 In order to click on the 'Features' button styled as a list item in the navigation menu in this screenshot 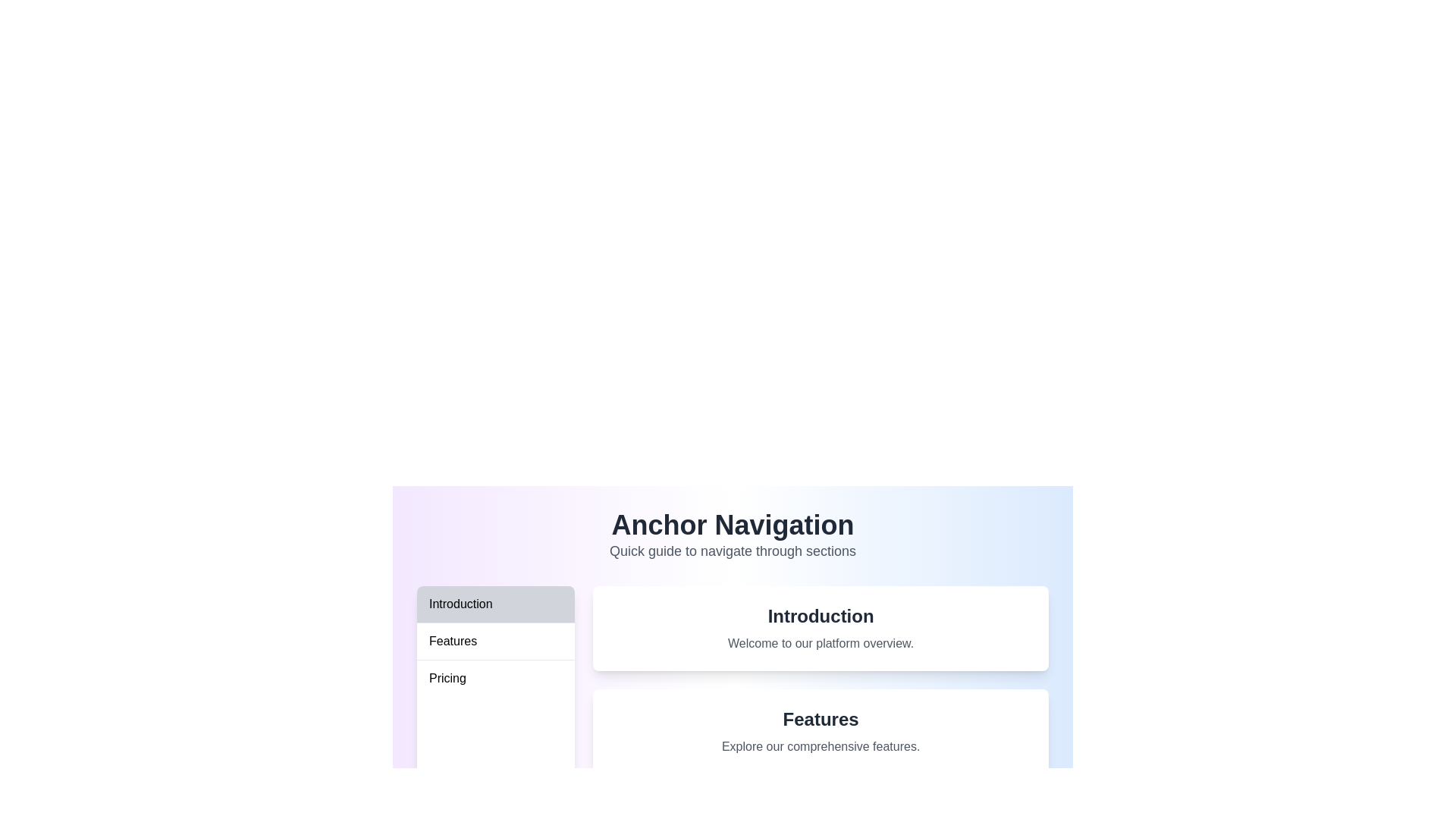, I will do `click(496, 641)`.